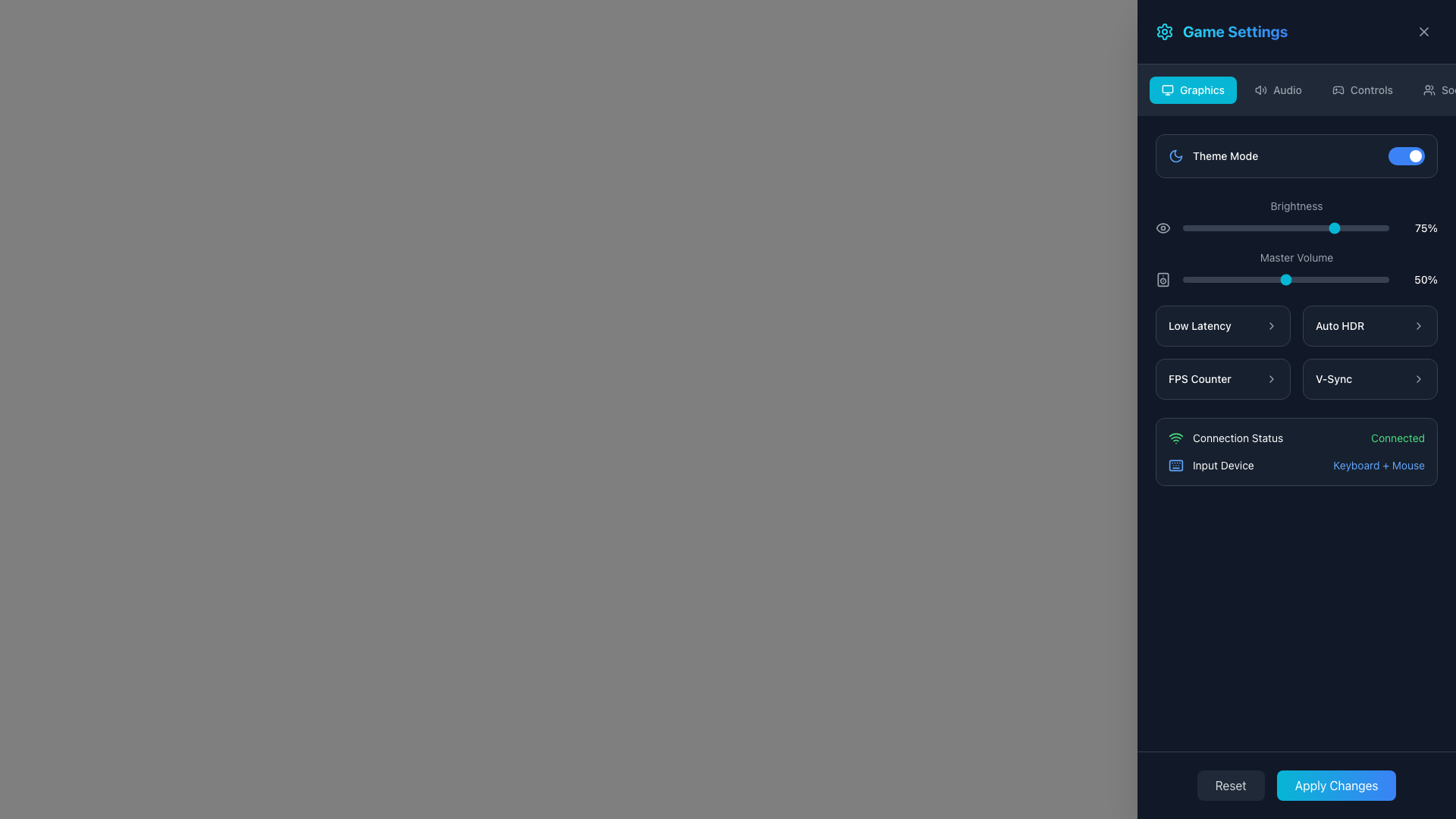 This screenshot has width=1456, height=819. Describe the element at coordinates (1370, 378) in the screenshot. I see `the 'V-Sync' button located in the bottom-right cell of the graphics settings panel to observe its hover effect` at that location.